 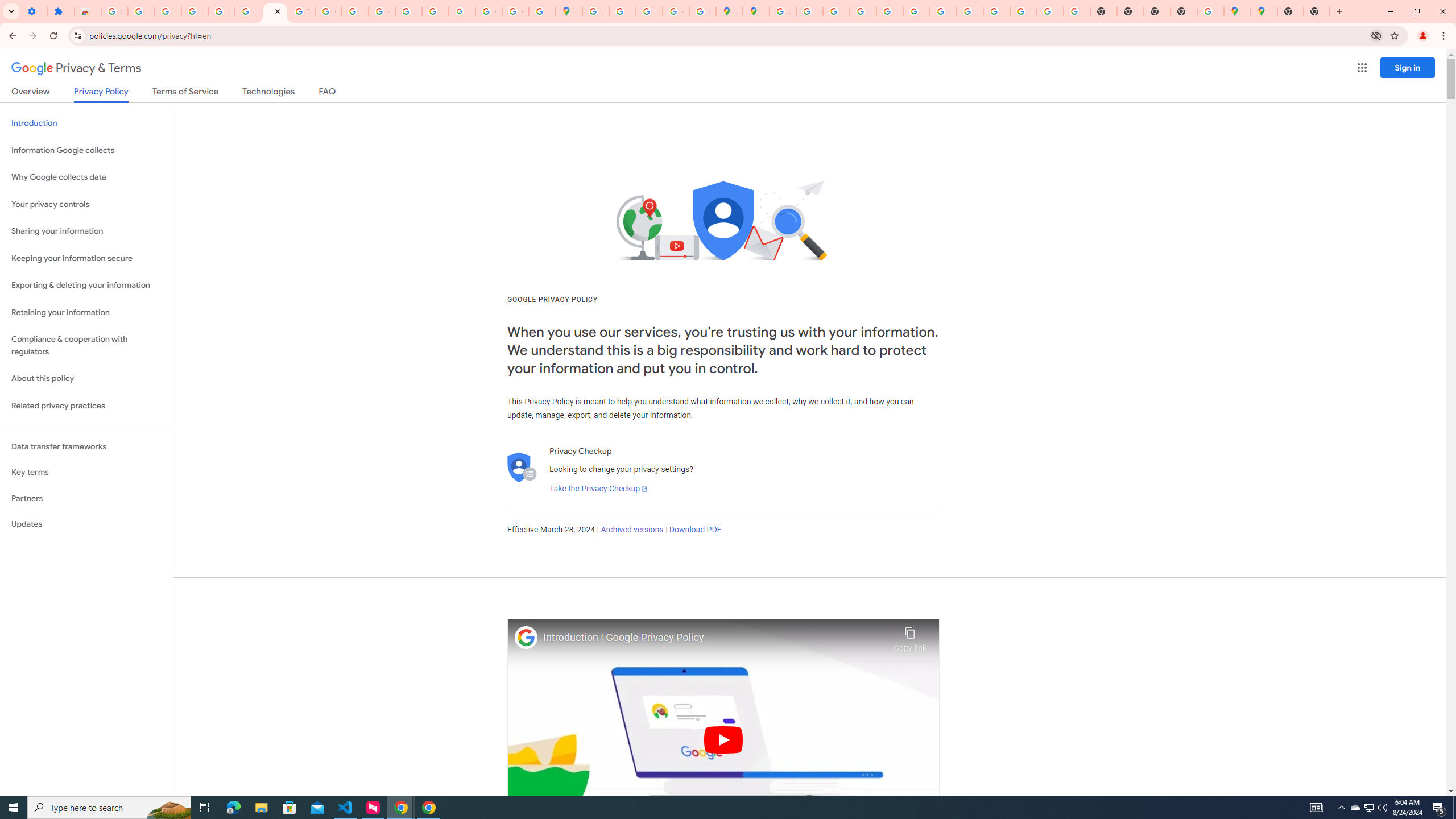 I want to click on 'https://scholar.google.com/', so click(x=354, y=11).